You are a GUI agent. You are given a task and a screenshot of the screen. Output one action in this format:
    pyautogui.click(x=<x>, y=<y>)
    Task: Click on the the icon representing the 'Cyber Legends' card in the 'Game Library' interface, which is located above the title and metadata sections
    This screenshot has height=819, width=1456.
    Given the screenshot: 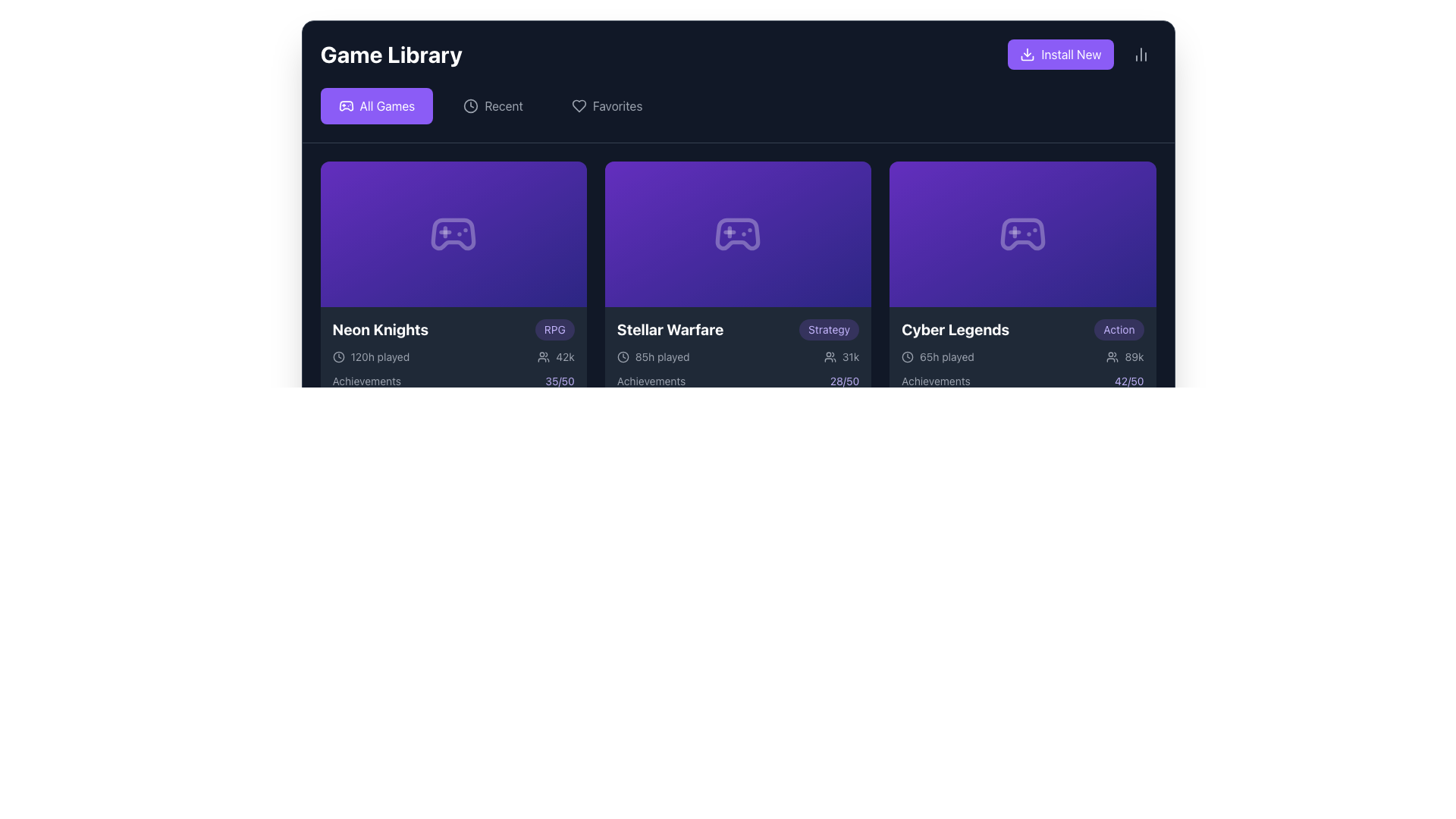 What is the action you would take?
    pyautogui.click(x=1022, y=234)
    